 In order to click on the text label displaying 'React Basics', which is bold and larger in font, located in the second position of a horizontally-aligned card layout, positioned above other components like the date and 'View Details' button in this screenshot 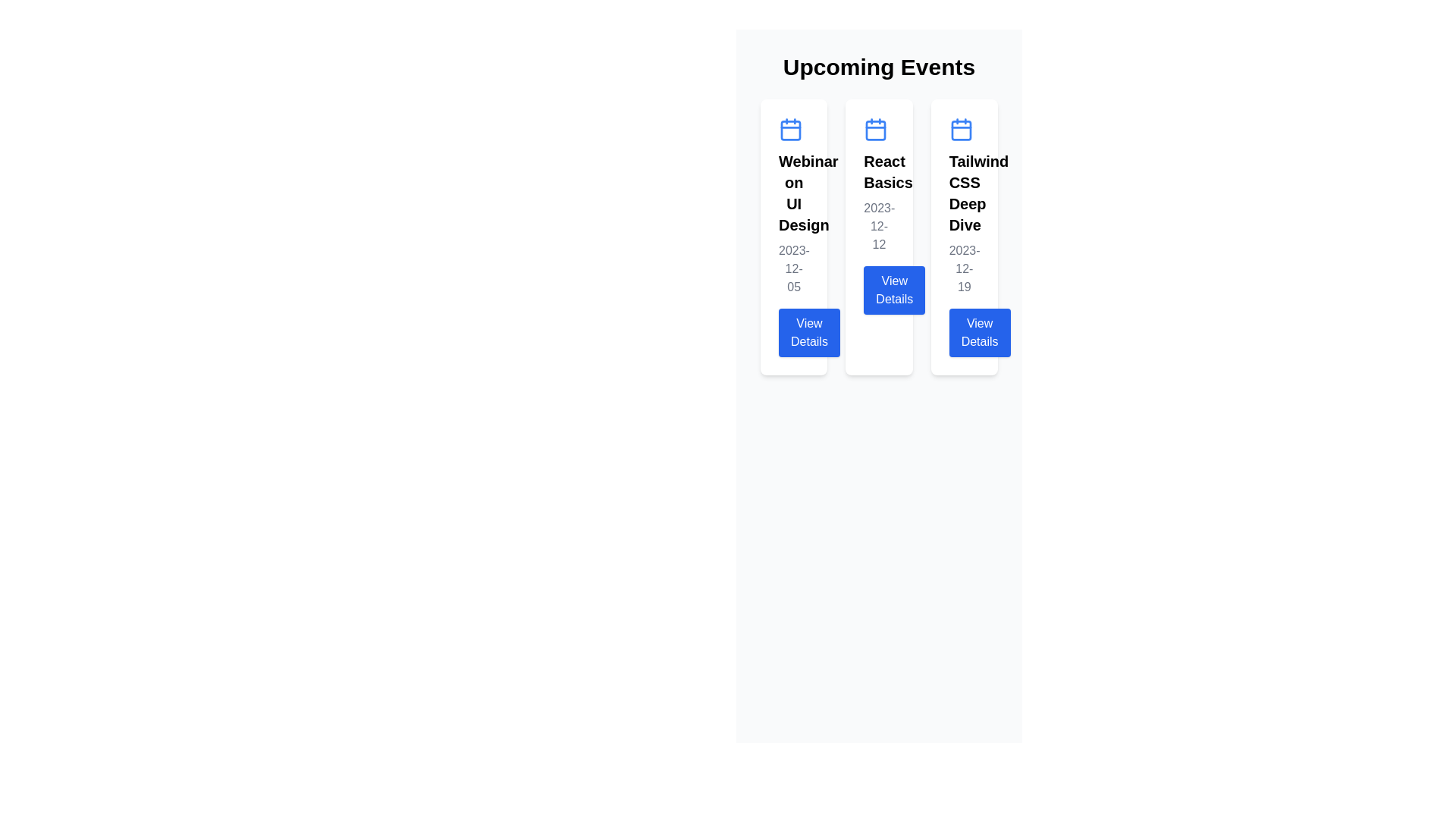, I will do `click(879, 171)`.